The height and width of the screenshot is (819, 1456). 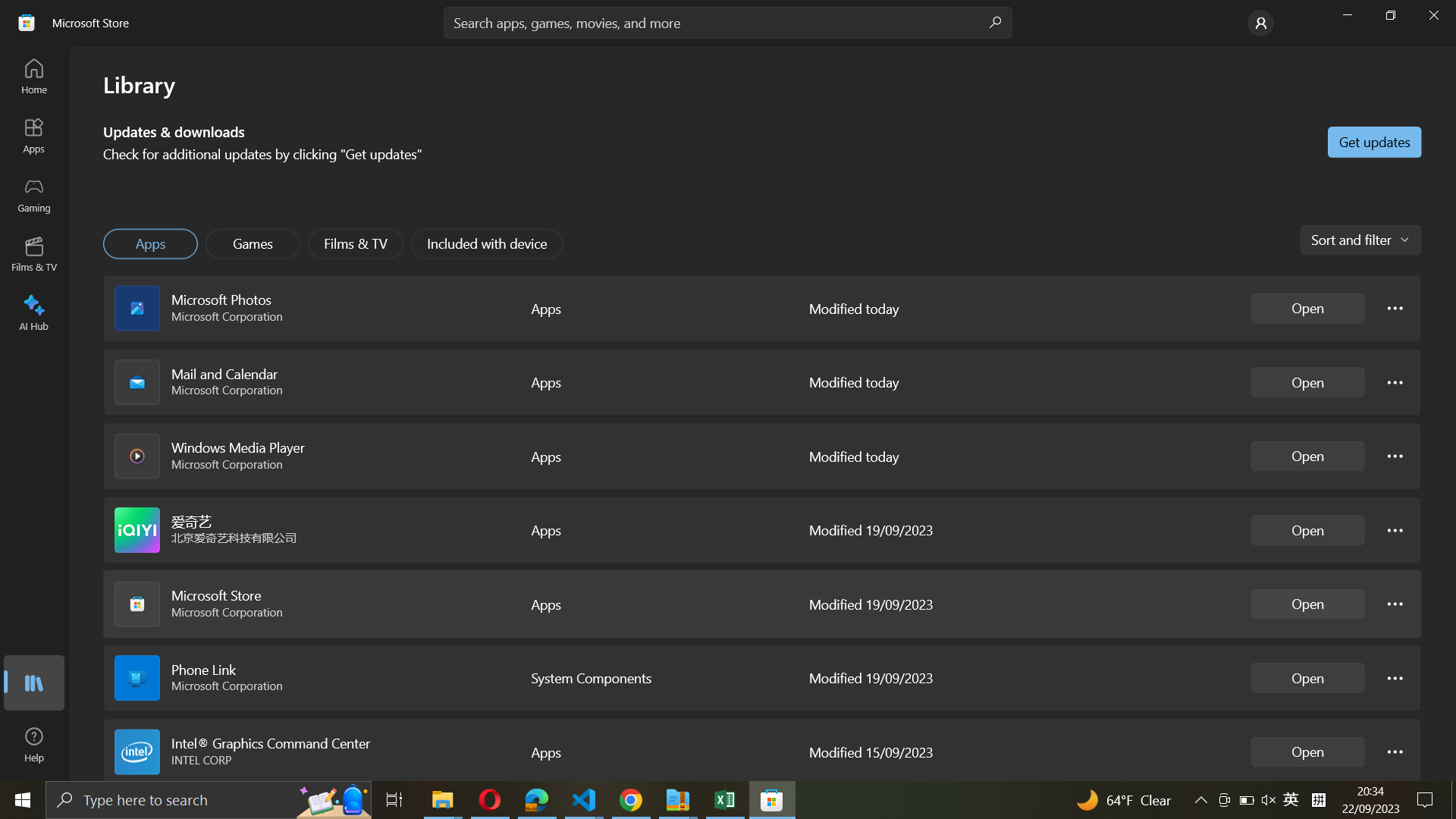 What do you see at coordinates (1395, 752) in the screenshot?
I see `Intel Graphics options` at bounding box center [1395, 752].